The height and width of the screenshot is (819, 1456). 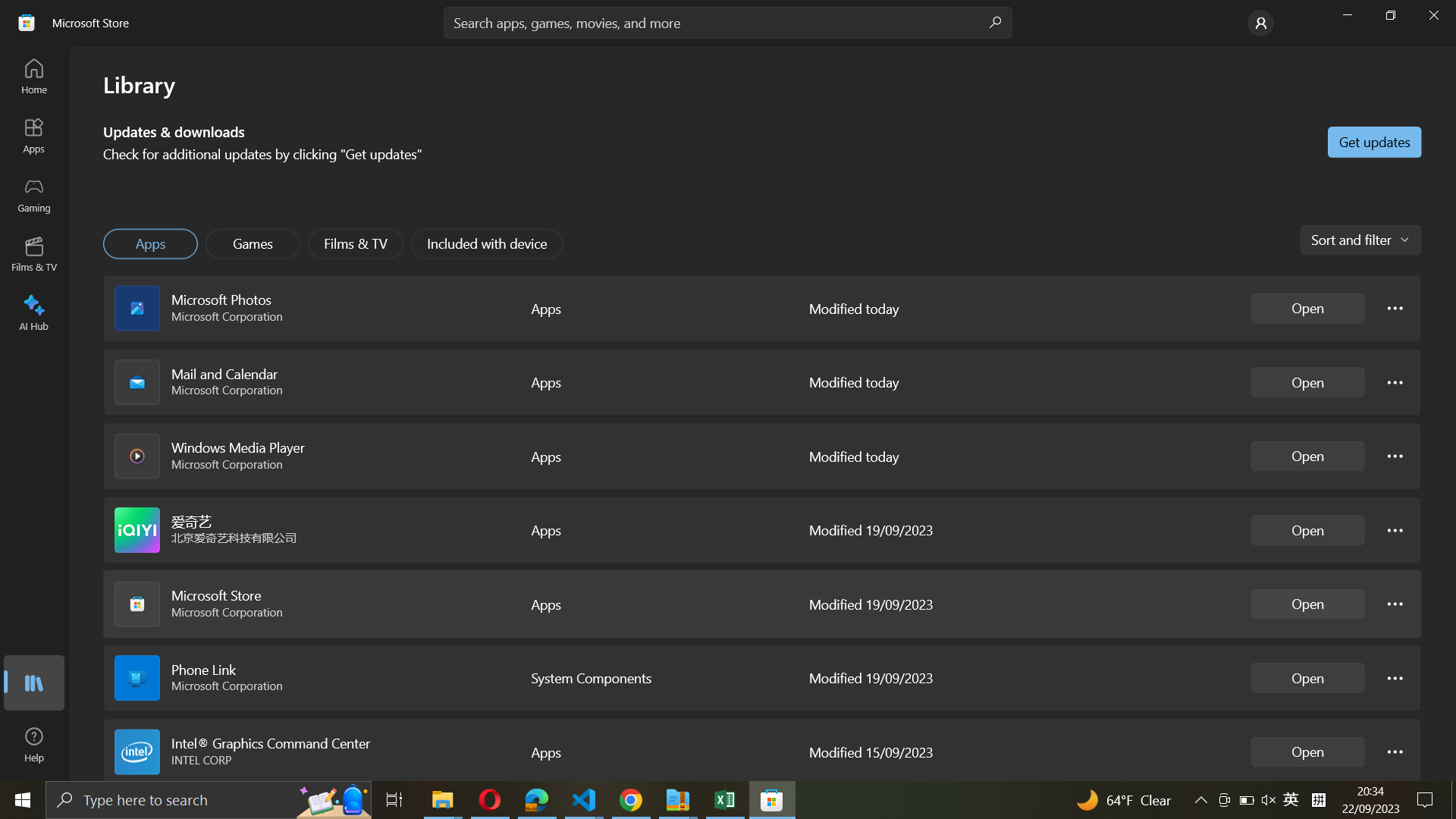 What do you see at coordinates (1395, 752) in the screenshot?
I see `Intel Graphics options` at bounding box center [1395, 752].